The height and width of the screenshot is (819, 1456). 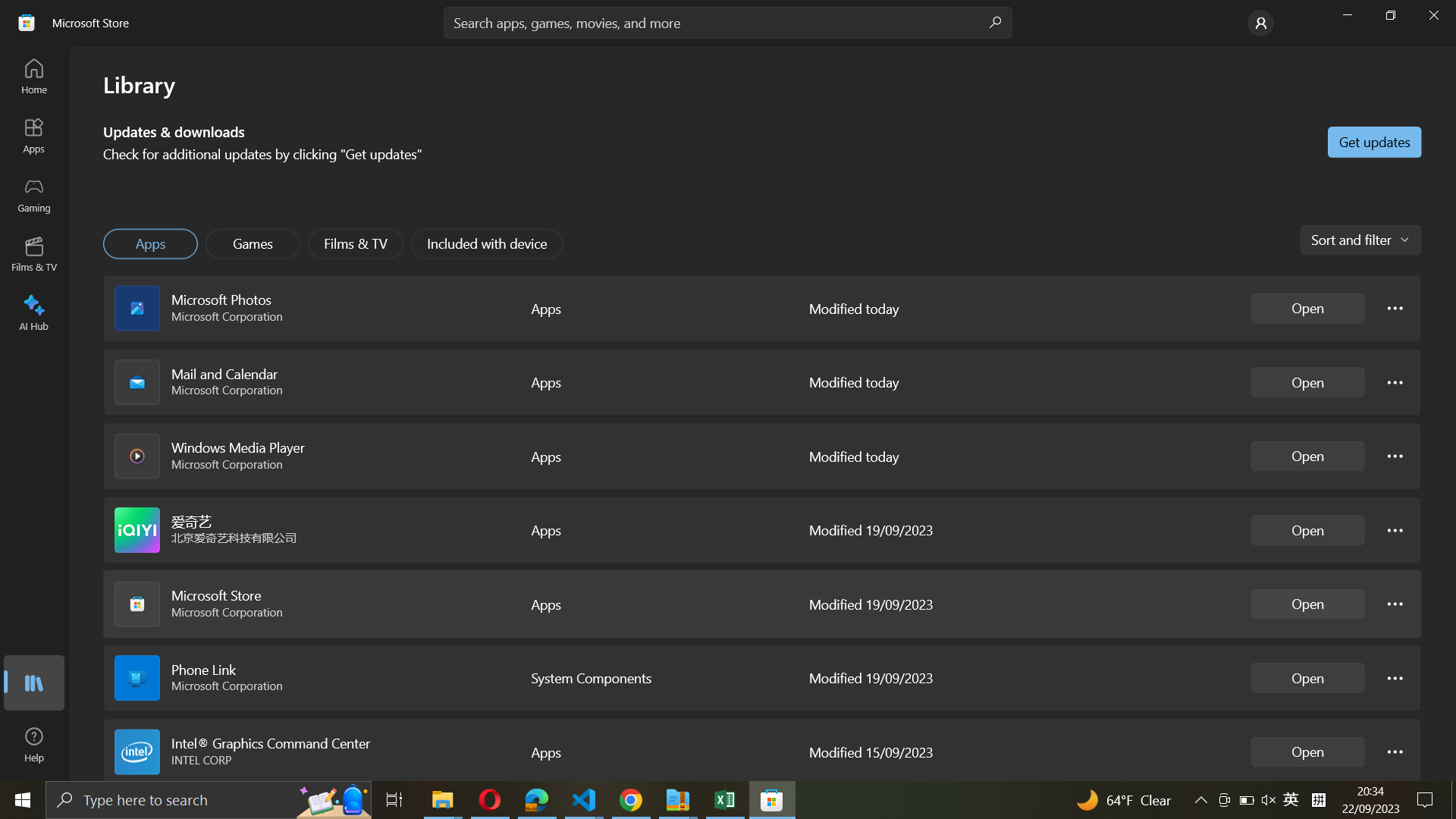 What do you see at coordinates (1395, 752) in the screenshot?
I see `Intel Graphics options` at bounding box center [1395, 752].